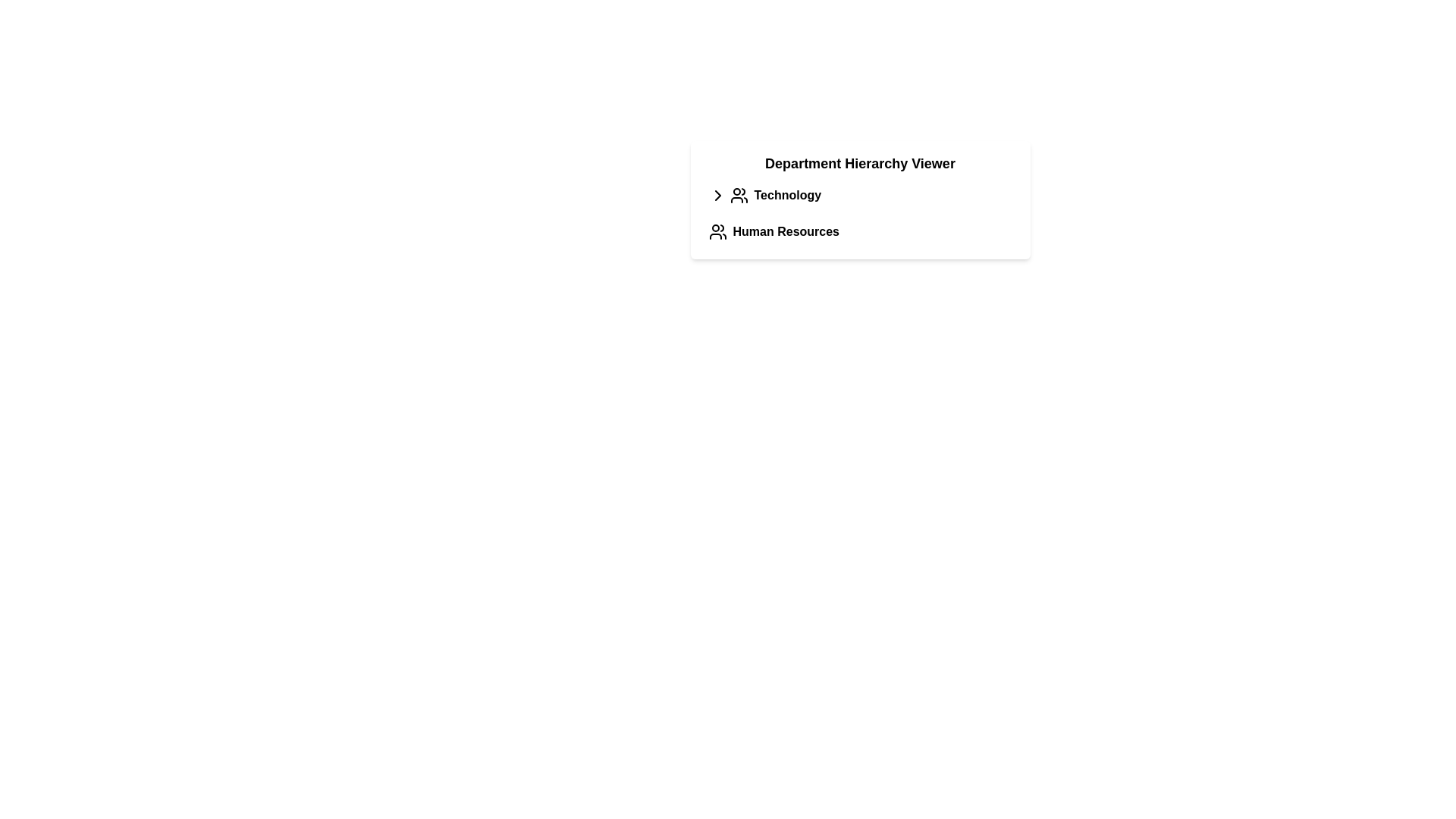 The height and width of the screenshot is (819, 1456). I want to click on the Text Label that serves as a title for the 'Technology' department entry in the hierarchy viewer, which is located directly above the 'Human Resources' department entry, so click(787, 195).